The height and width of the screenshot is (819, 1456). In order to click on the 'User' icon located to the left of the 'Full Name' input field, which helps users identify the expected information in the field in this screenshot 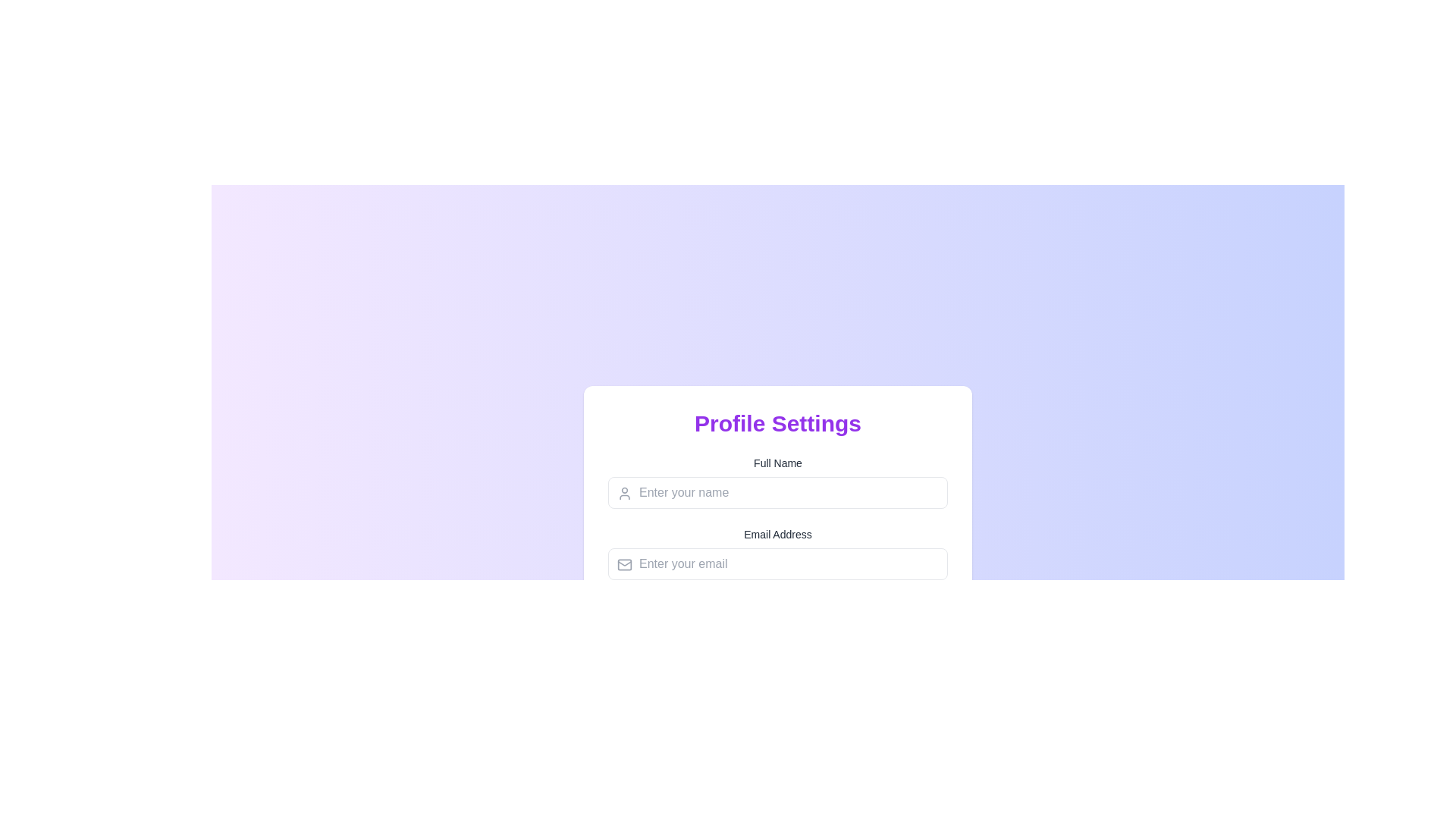, I will do `click(625, 494)`.